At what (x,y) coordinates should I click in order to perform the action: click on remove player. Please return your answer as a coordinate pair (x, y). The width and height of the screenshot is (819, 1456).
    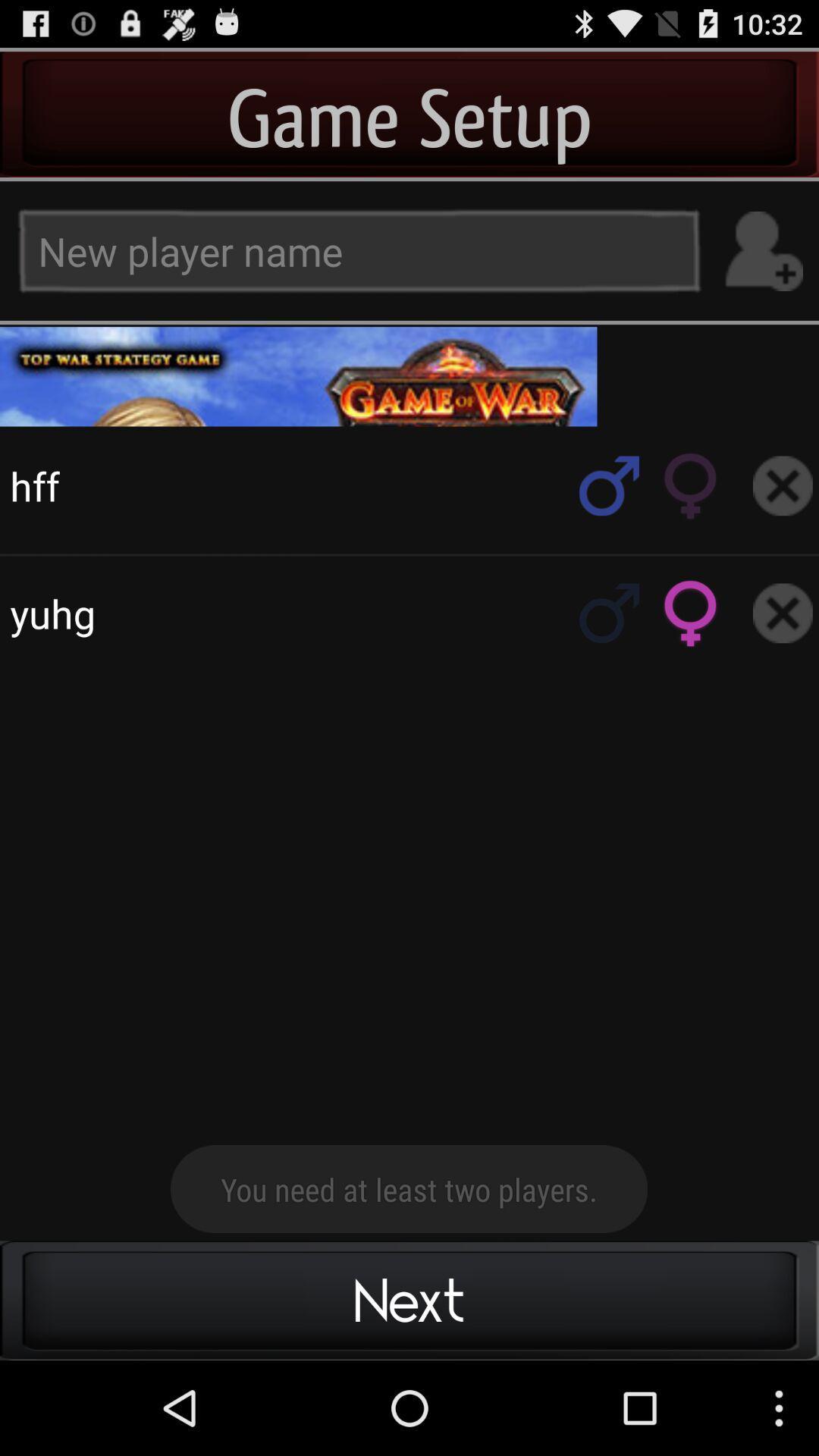
    Looking at the image, I should click on (783, 485).